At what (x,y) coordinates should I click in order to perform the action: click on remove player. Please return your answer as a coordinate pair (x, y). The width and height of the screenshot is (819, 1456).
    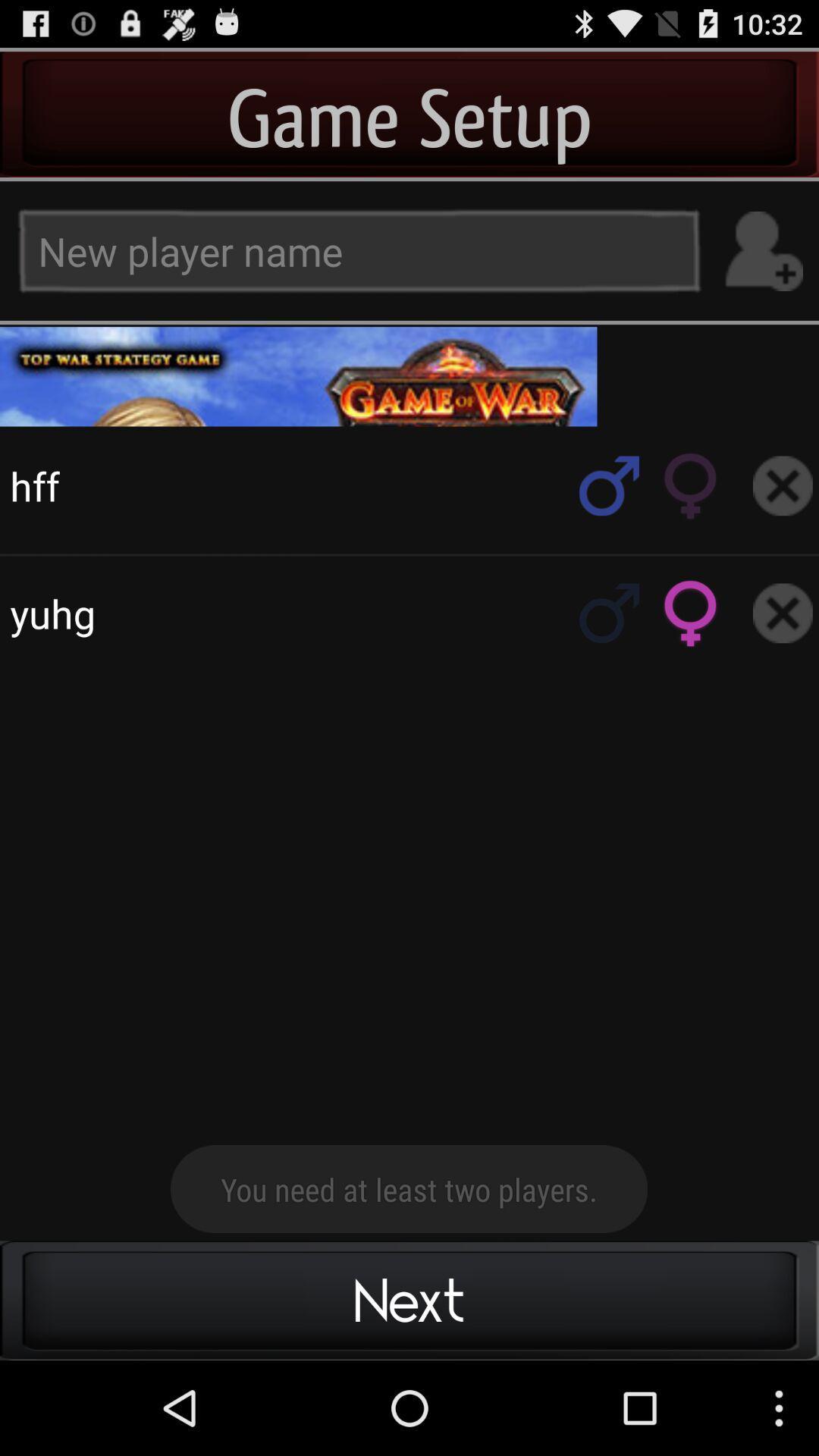
    Looking at the image, I should click on (783, 485).